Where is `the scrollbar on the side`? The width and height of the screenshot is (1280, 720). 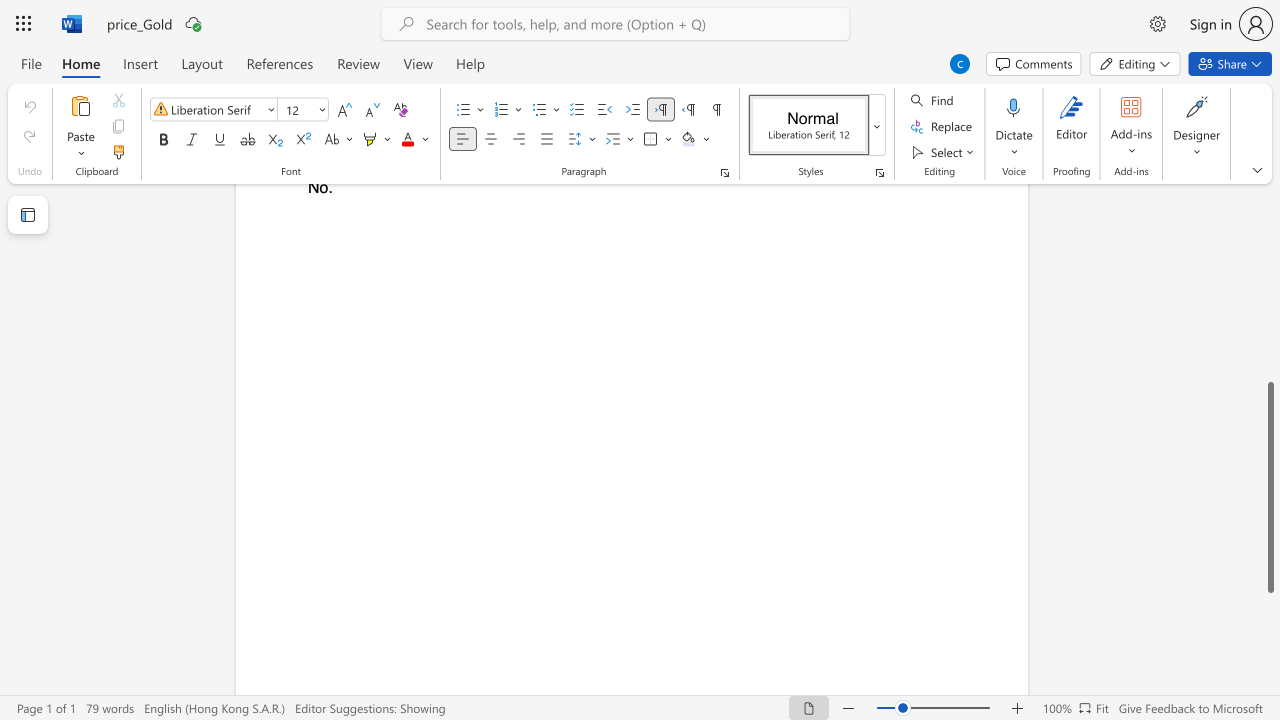
the scrollbar on the side is located at coordinates (1269, 258).